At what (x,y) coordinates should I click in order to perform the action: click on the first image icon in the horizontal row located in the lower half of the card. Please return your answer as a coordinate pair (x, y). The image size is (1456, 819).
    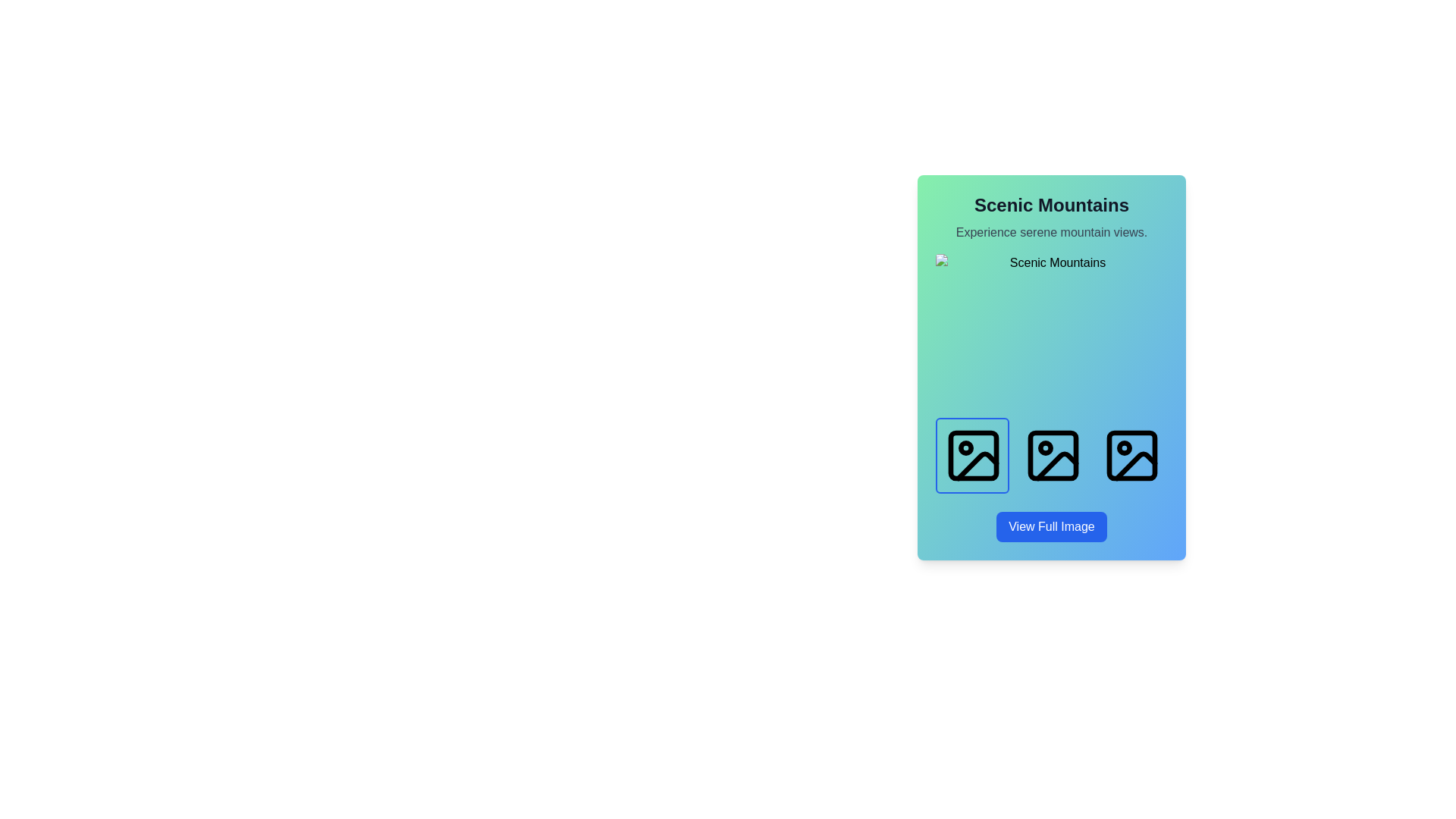
    Looking at the image, I should click on (973, 455).